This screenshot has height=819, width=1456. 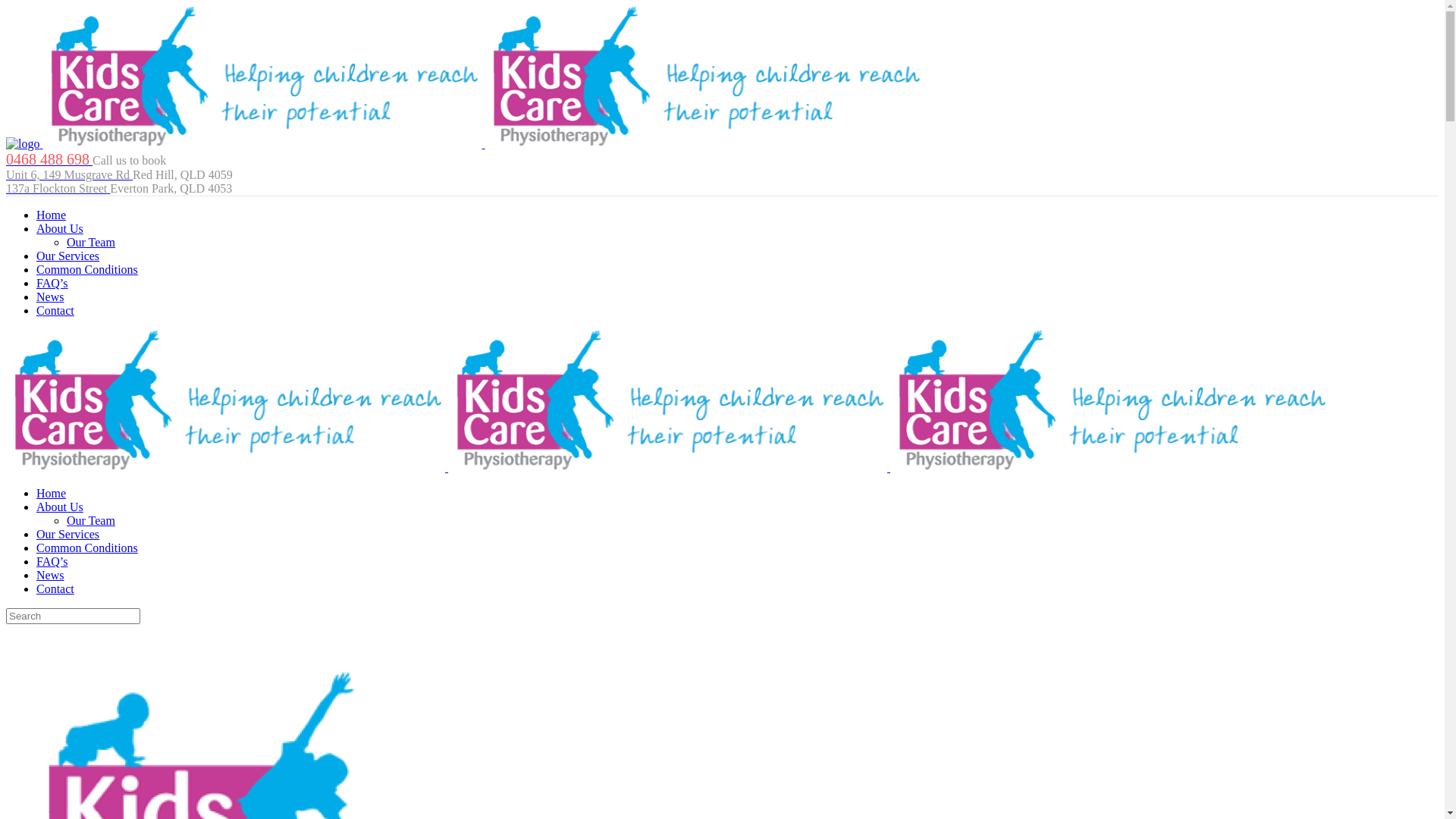 I want to click on 'Contact', so click(x=55, y=588).